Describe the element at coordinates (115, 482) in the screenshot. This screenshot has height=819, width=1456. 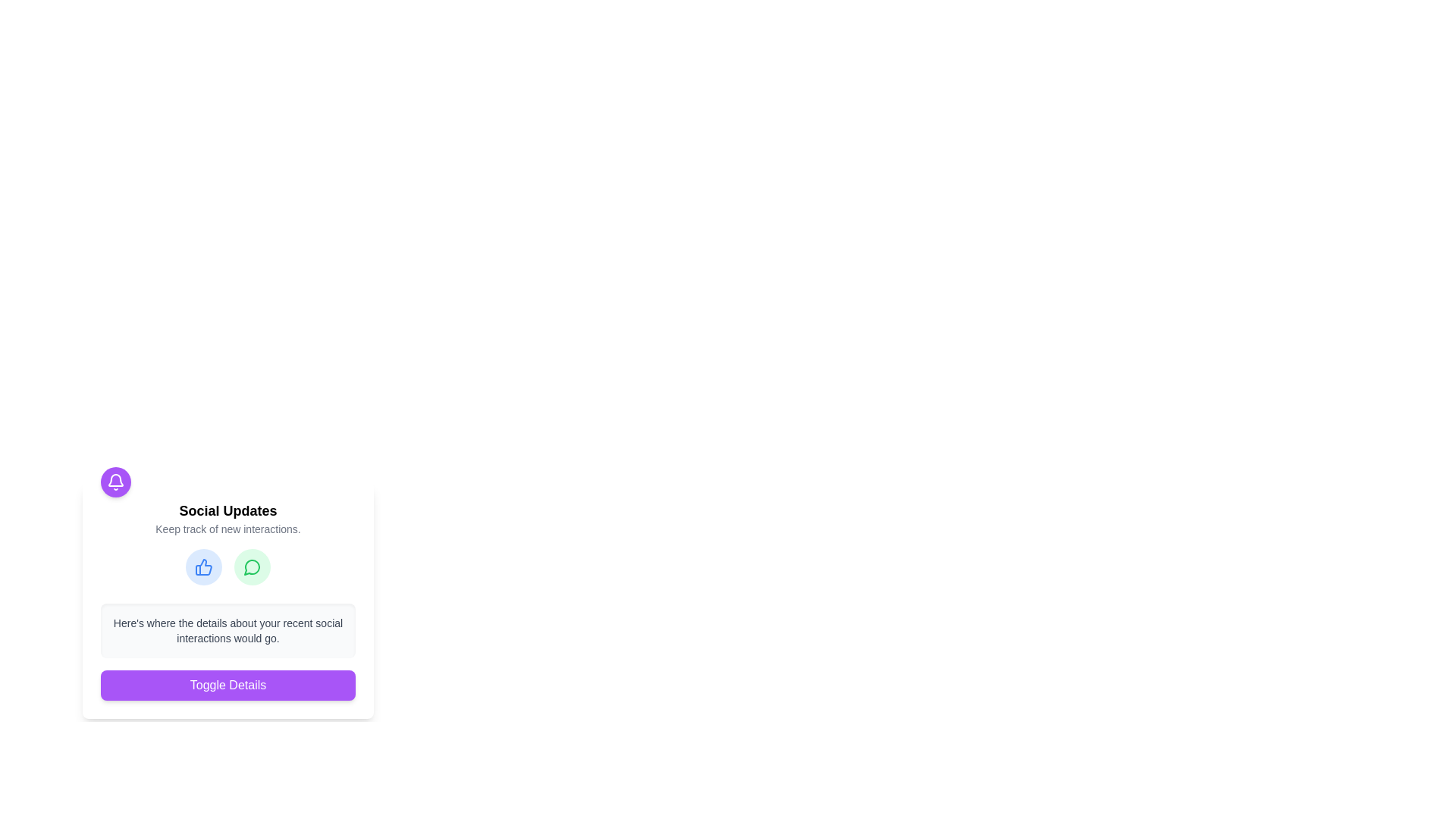
I see `the purple circular Icon Button with a white bell icon to interact with notifications` at that location.